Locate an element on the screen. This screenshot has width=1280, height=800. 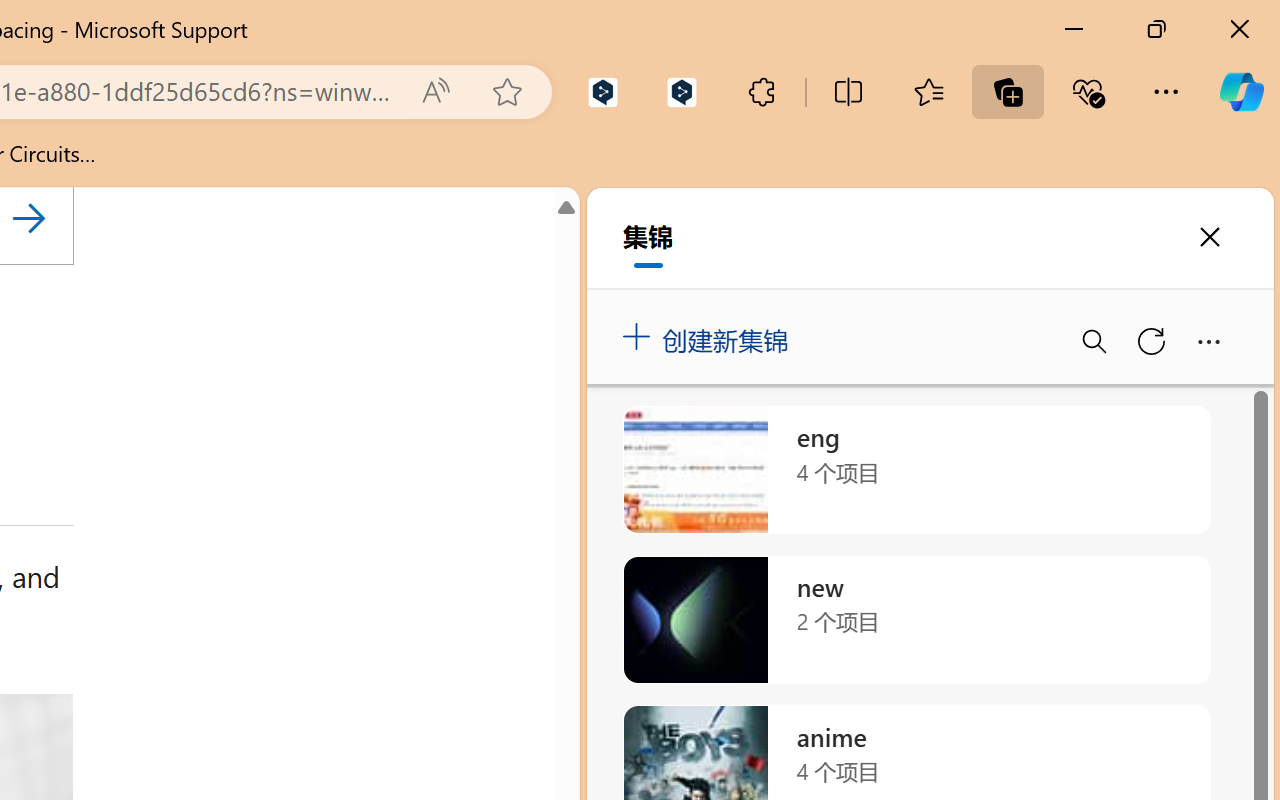
'Copilot (Ctrl+Shift+.)' is located at coordinates (1240, 91).